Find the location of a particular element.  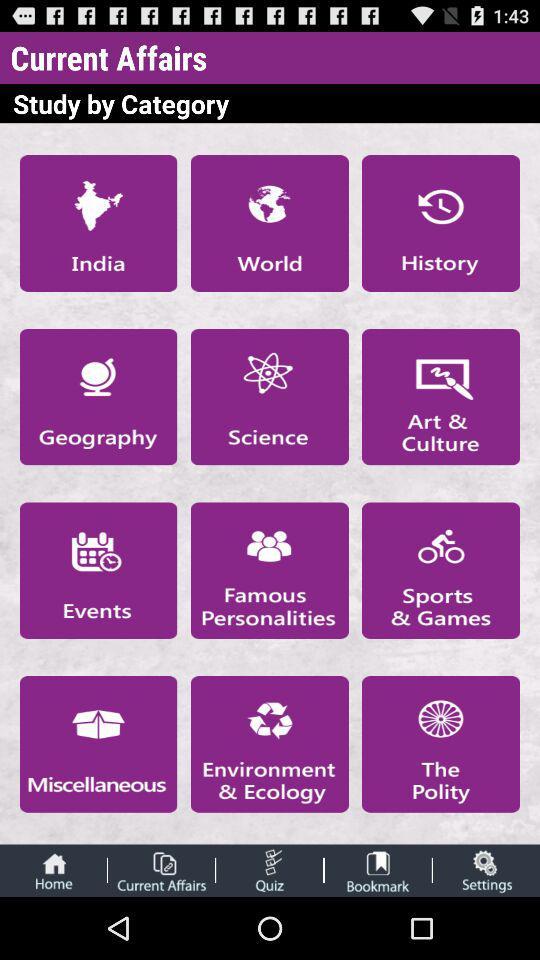

selection of the category environment and ecology is located at coordinates (269, 743).